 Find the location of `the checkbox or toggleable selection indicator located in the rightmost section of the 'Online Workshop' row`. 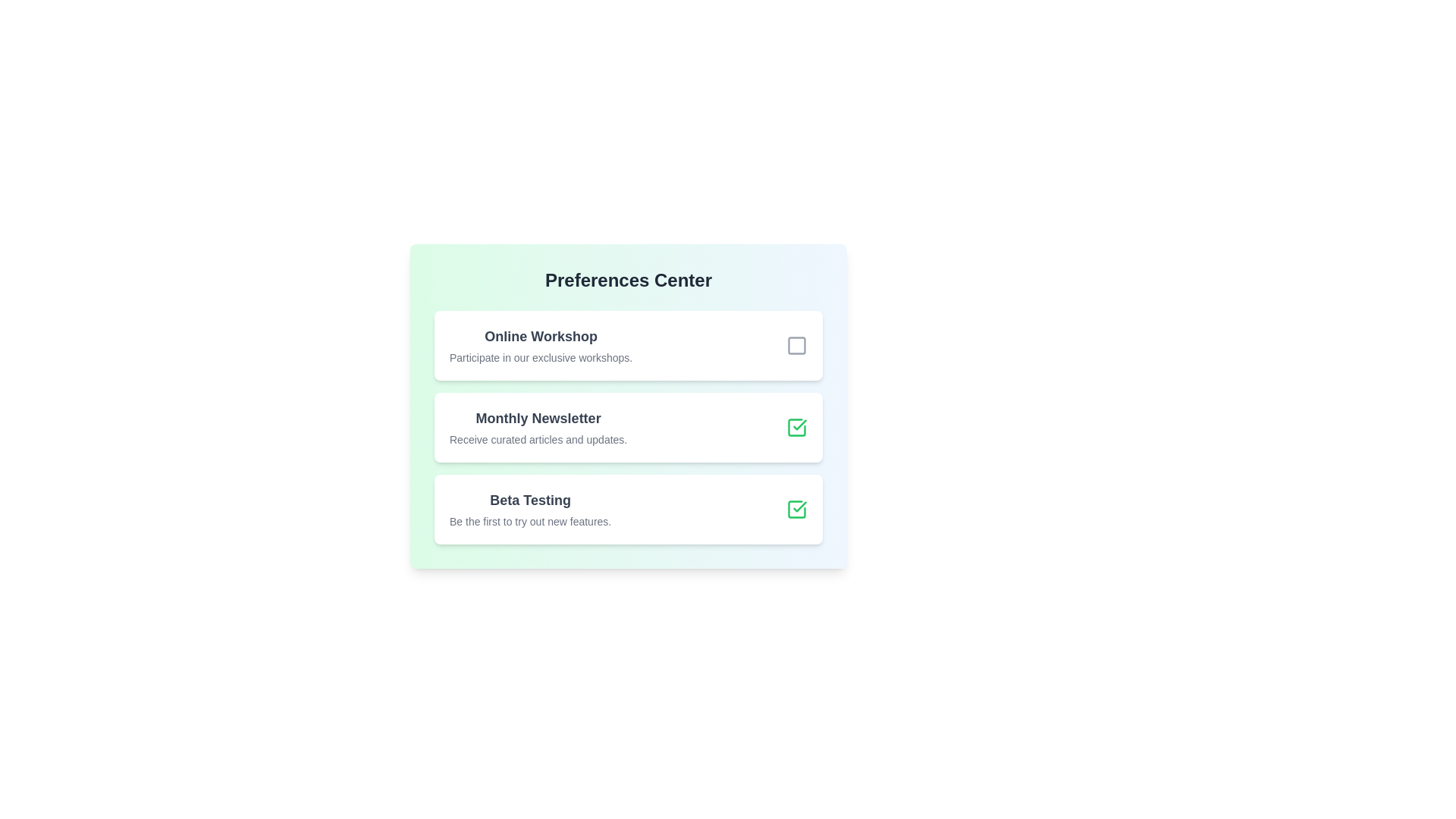

the checkbox or toggleable selection indicator located in the rightmost section of the 'Online Workshop' row is located at coordinates (796, 345).